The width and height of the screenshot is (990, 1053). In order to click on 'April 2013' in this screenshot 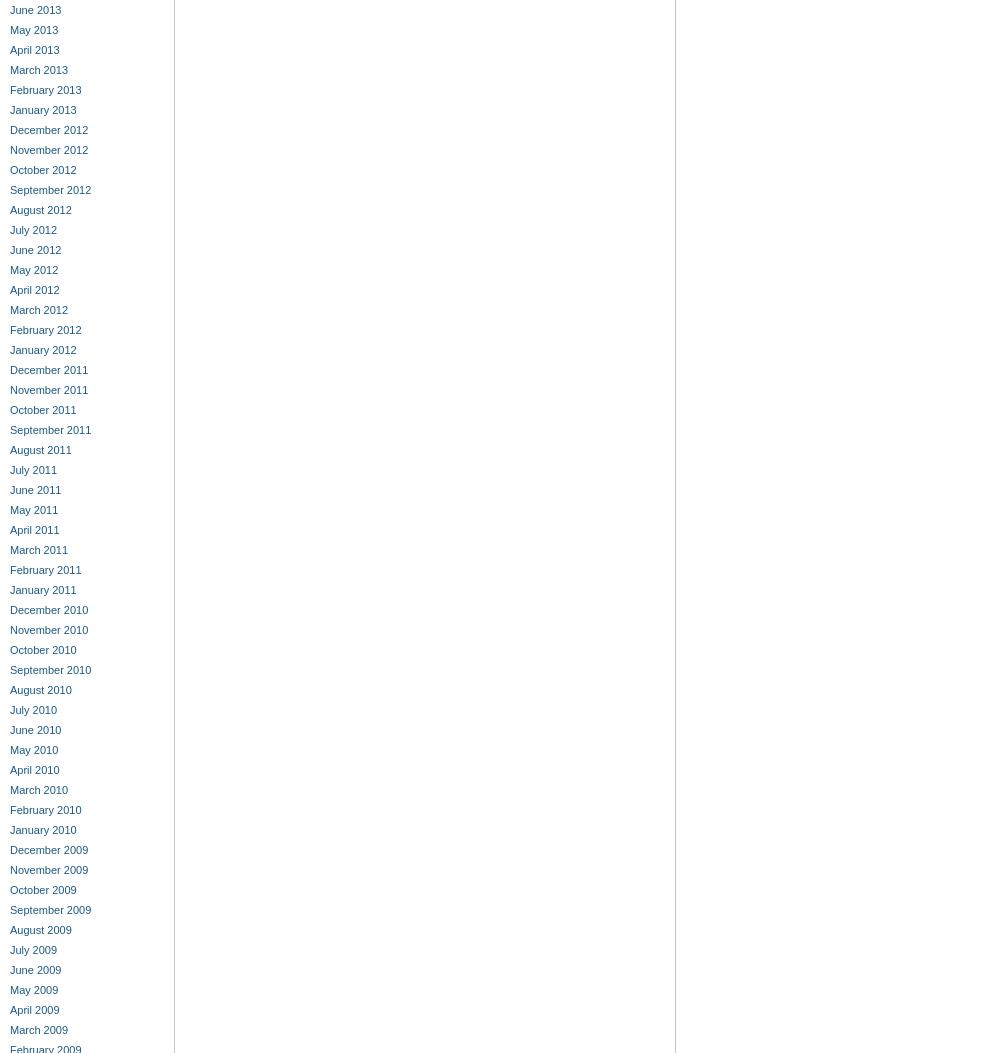, I will do `click(8, 49)`.